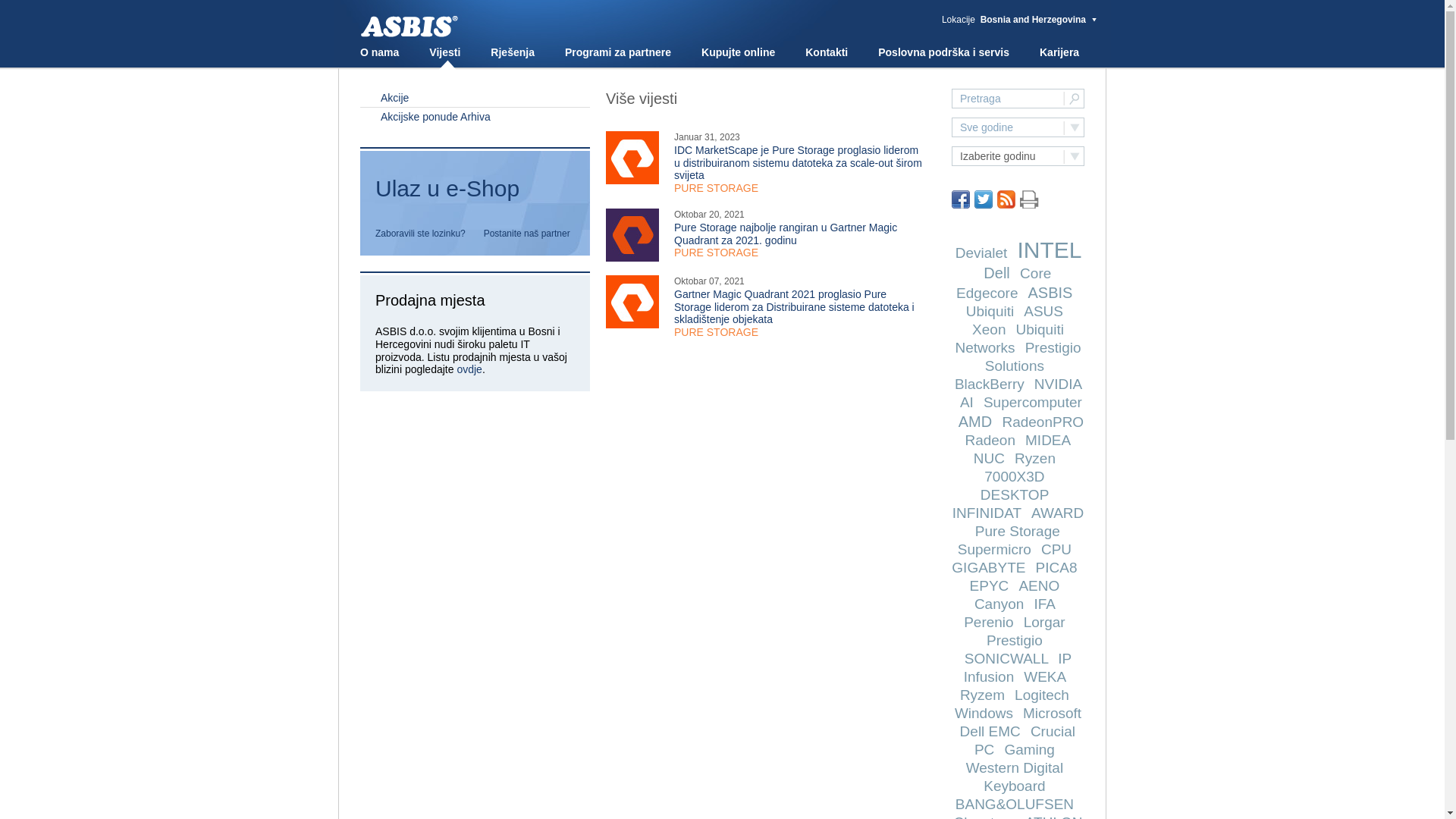  Describe the element at coordinates (981, 252) in the screenshot. I see `'Devialet'` at that location.